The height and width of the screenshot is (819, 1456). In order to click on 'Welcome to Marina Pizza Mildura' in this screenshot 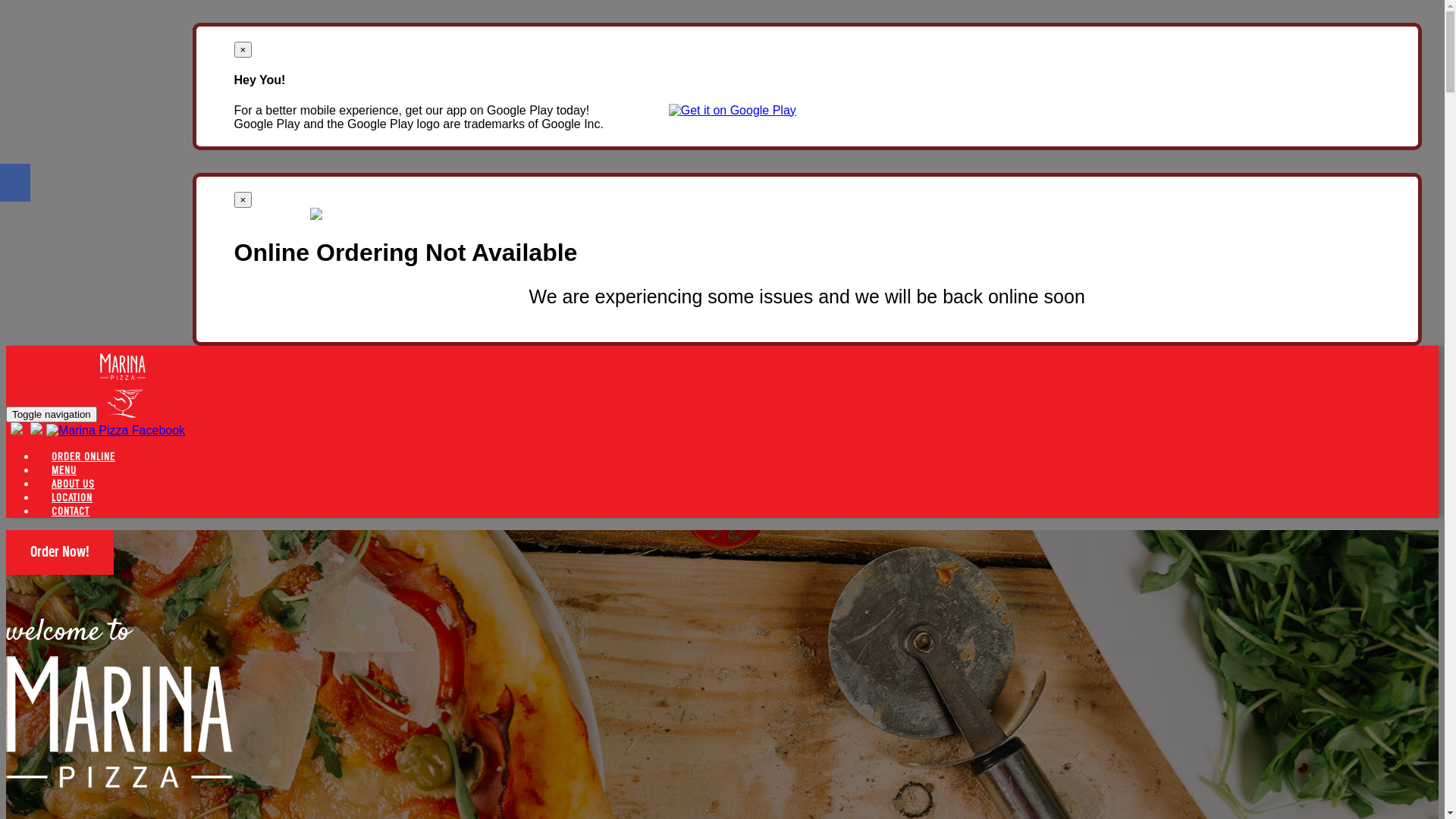, I will do `click(119, 720)`.